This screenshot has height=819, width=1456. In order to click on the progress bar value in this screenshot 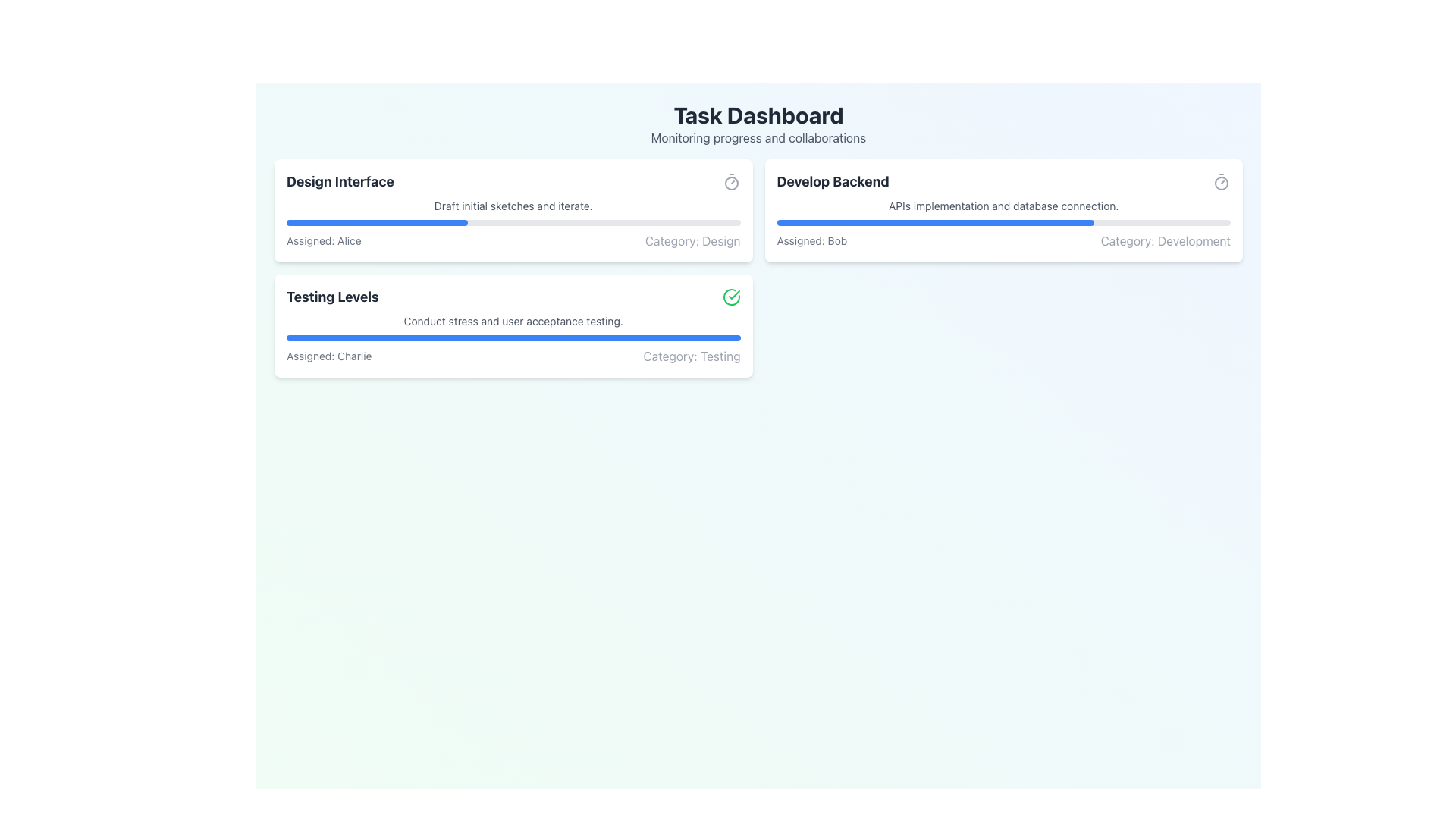, I will do `click(986, 222)`.